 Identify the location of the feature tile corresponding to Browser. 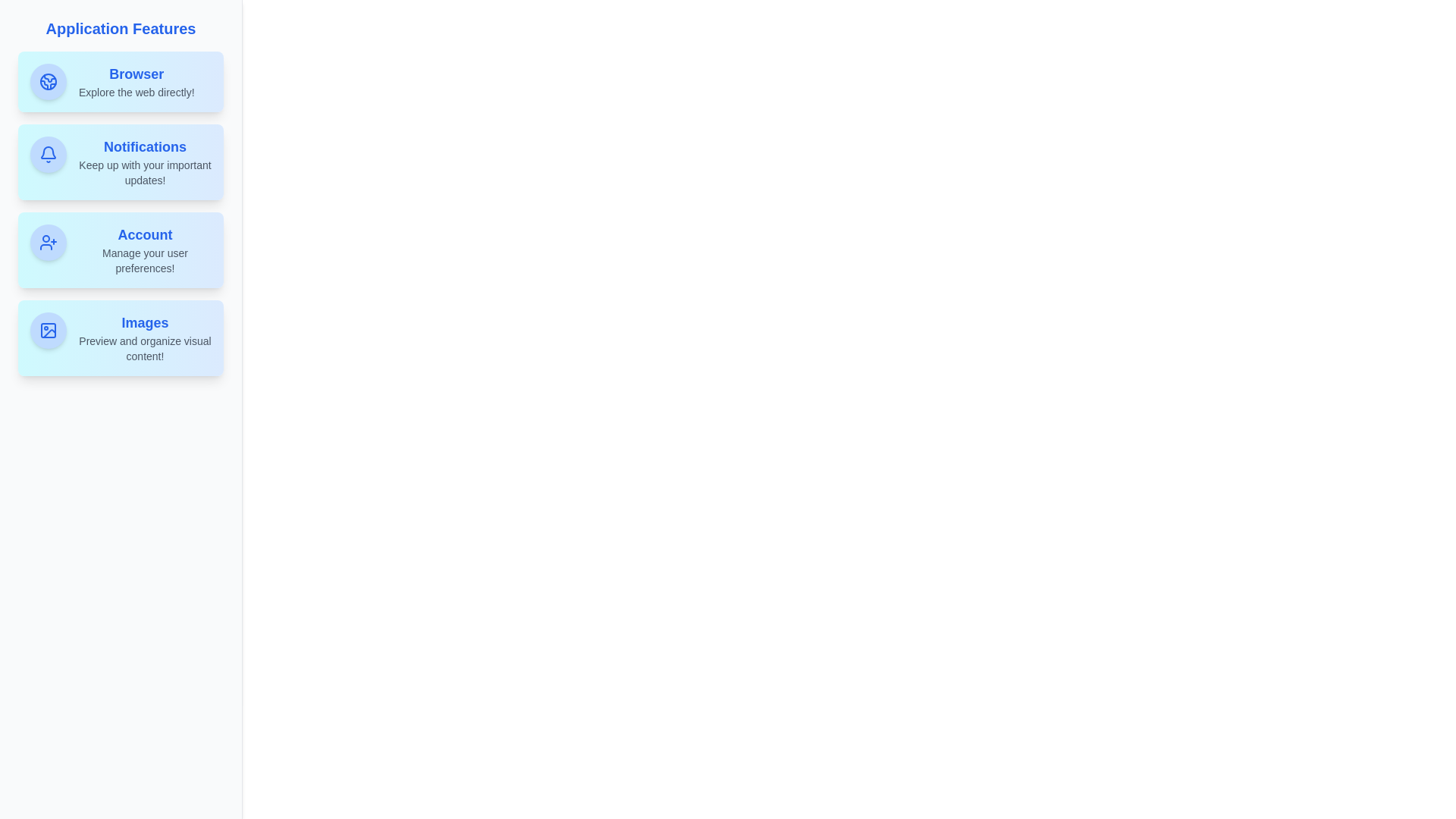
(120, 82).